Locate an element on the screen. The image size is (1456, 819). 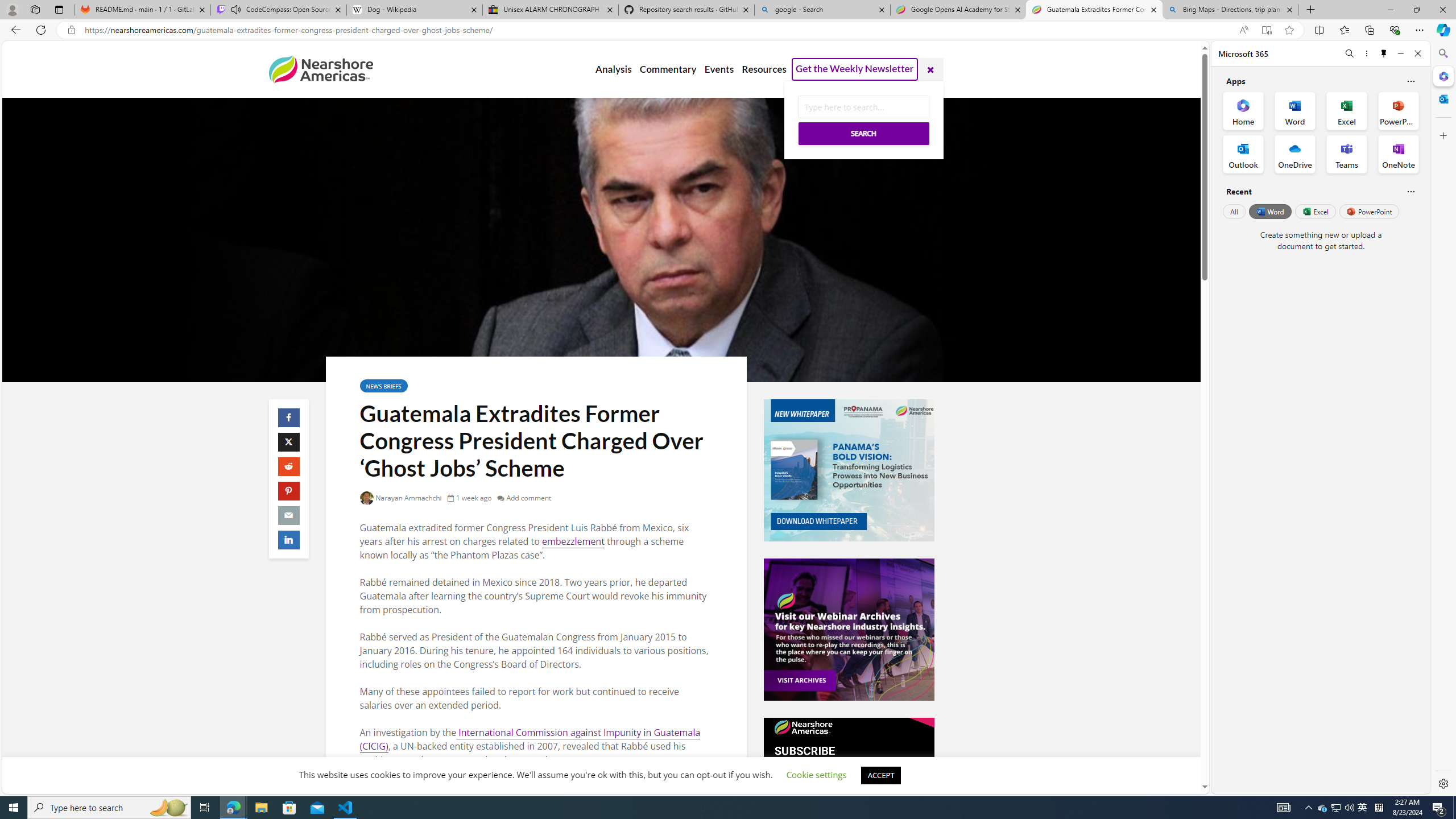
'OneNote Office App' is located at coordinates (1398, 154).